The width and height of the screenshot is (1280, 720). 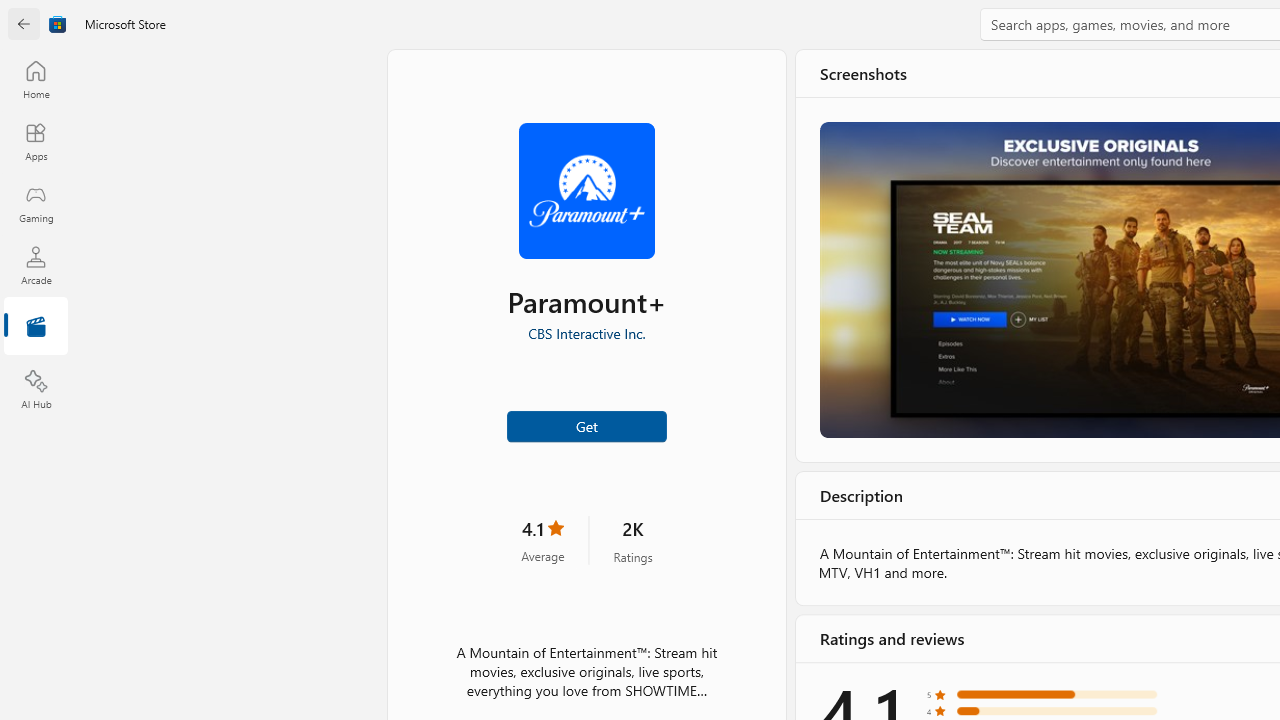 I want to click on 'Apps', so click(x=35, y=140).